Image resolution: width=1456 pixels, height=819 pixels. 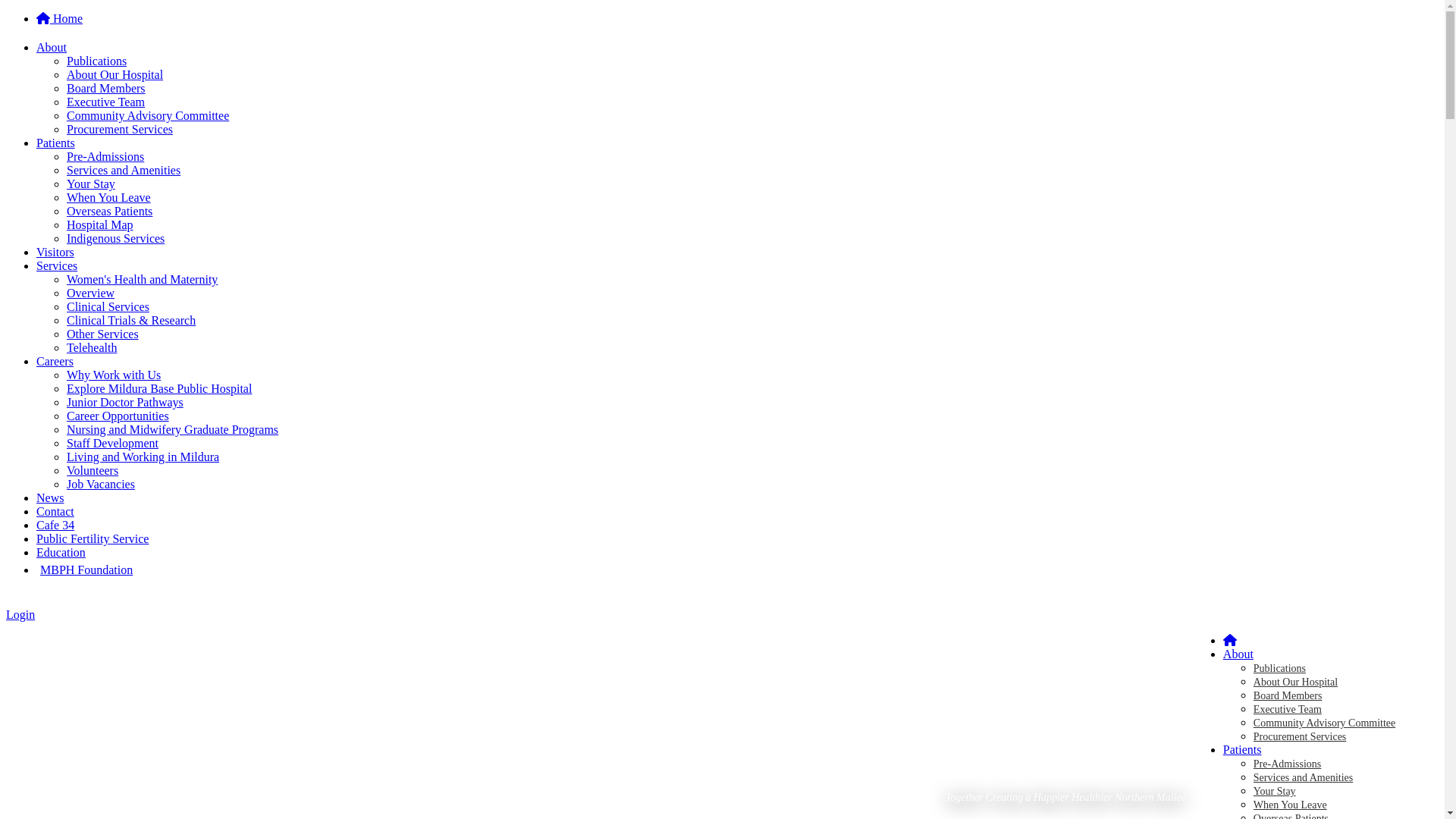 I want to click on 'Contact', so click(x=55, y=511).